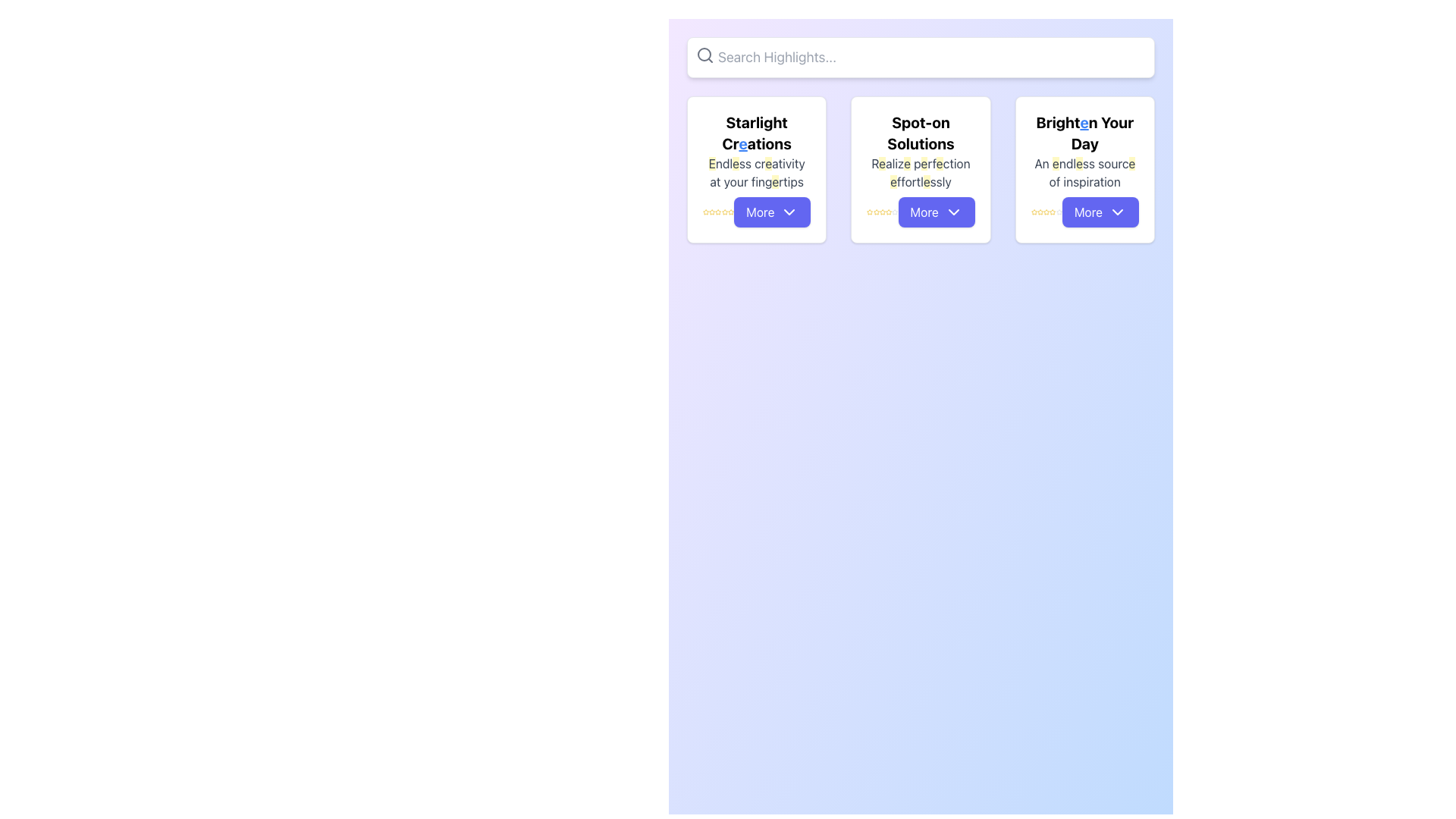  What do you see at coordinates (757, 171) in the screenshot?
I see `the static text element displaying 'ativity at your fing', which is part of the phrase 'Endless creativity at your fingertips' on the card labeled 'Starlight Creations'` at bounding box center [757, 171].